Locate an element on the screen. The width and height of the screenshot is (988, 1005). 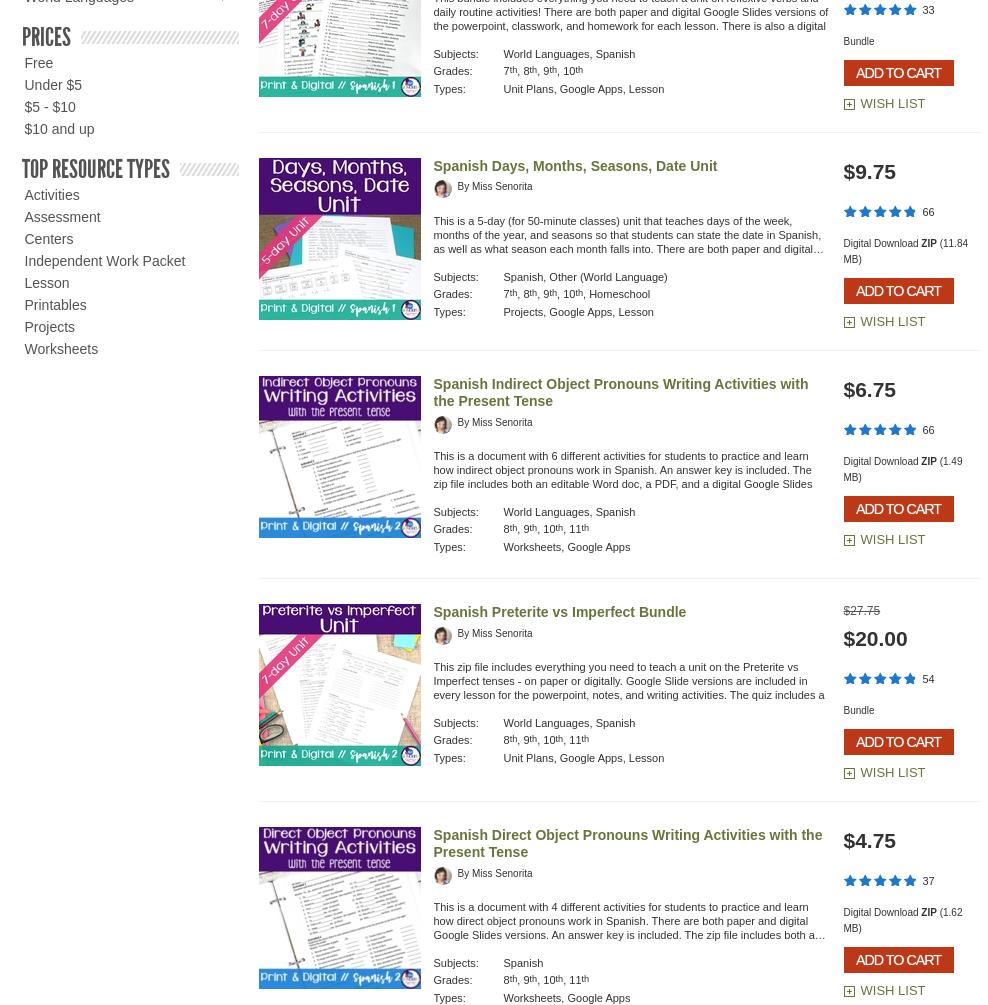
'Assessment' is located at coordinates (61, 215).